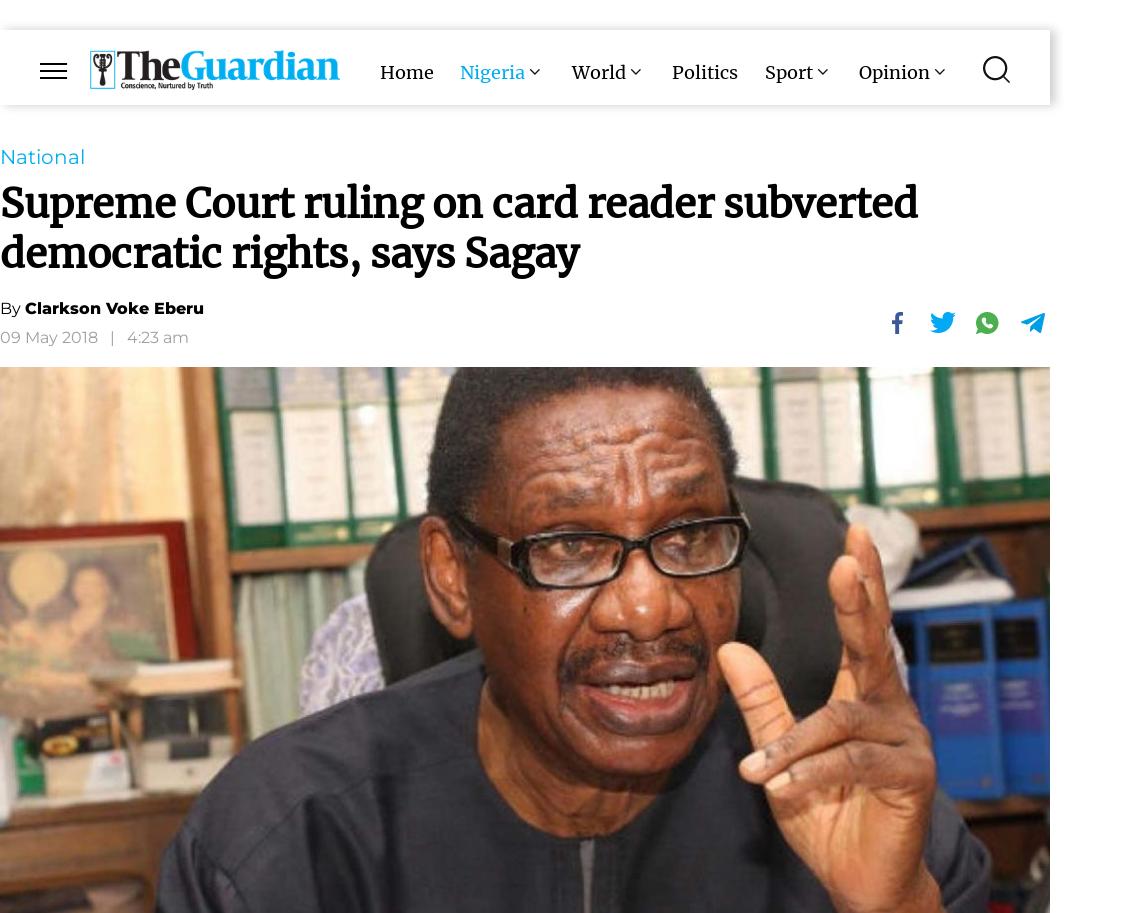  Describe the element at coordinates (23, 306) in the screenshot. I see `'Clarkson Voke Eberu'` at that location.